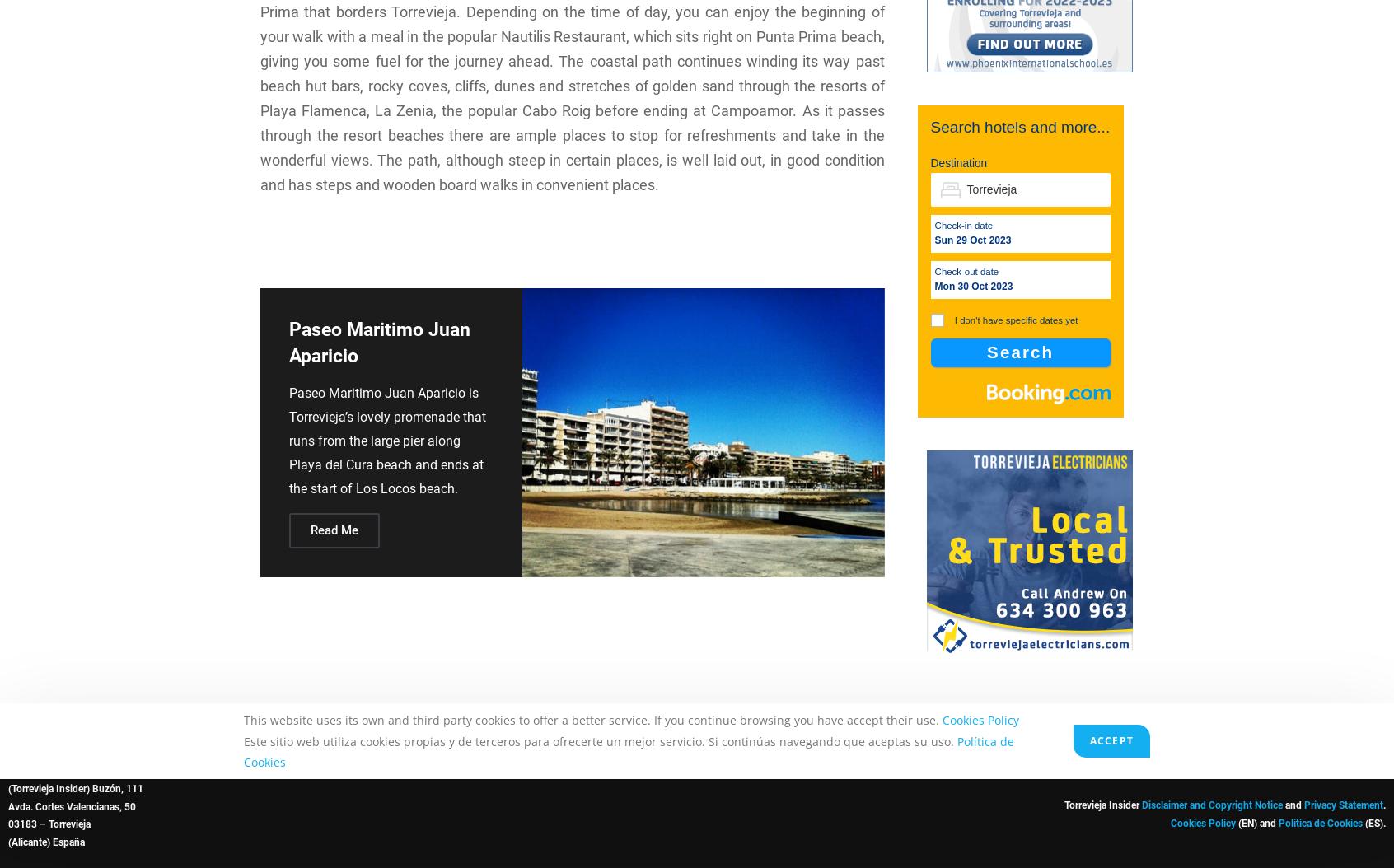 The height and width of the screenshot is (868, 1394). What do you see at coordinates (1343, 805) in the screenshot?
I see `'Privacy Statement'` at bounding box center [1343, 805].